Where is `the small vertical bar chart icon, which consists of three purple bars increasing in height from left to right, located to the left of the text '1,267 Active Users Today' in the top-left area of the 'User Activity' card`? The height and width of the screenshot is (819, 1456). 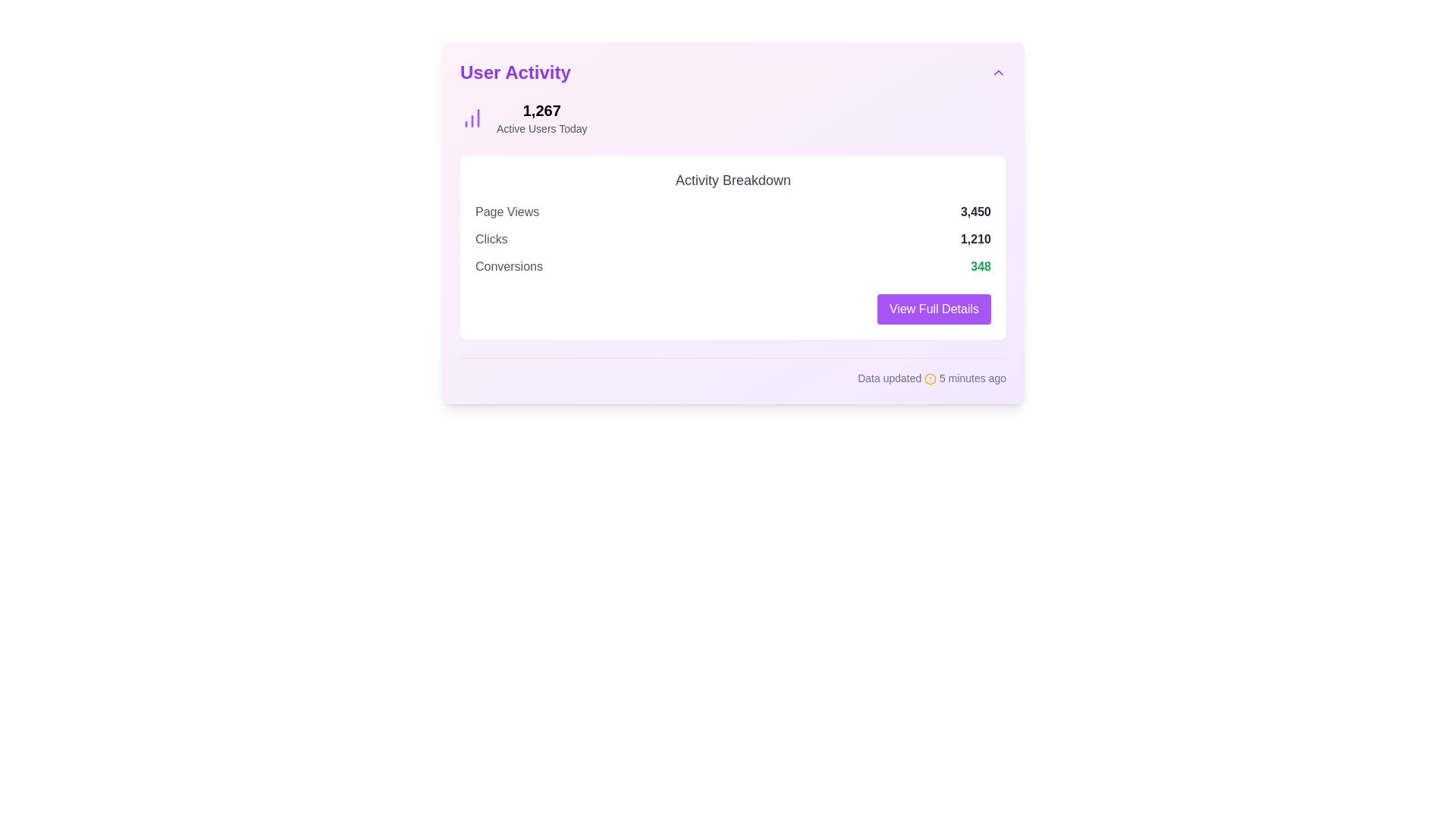 the small vertical bar chart icon, which consists of three purple bars increasing in height from left to right, located to the left of the text '1,267 Active Users Today' in the top-left area of the 'User Activity' card is located at coordinates (472, 117).